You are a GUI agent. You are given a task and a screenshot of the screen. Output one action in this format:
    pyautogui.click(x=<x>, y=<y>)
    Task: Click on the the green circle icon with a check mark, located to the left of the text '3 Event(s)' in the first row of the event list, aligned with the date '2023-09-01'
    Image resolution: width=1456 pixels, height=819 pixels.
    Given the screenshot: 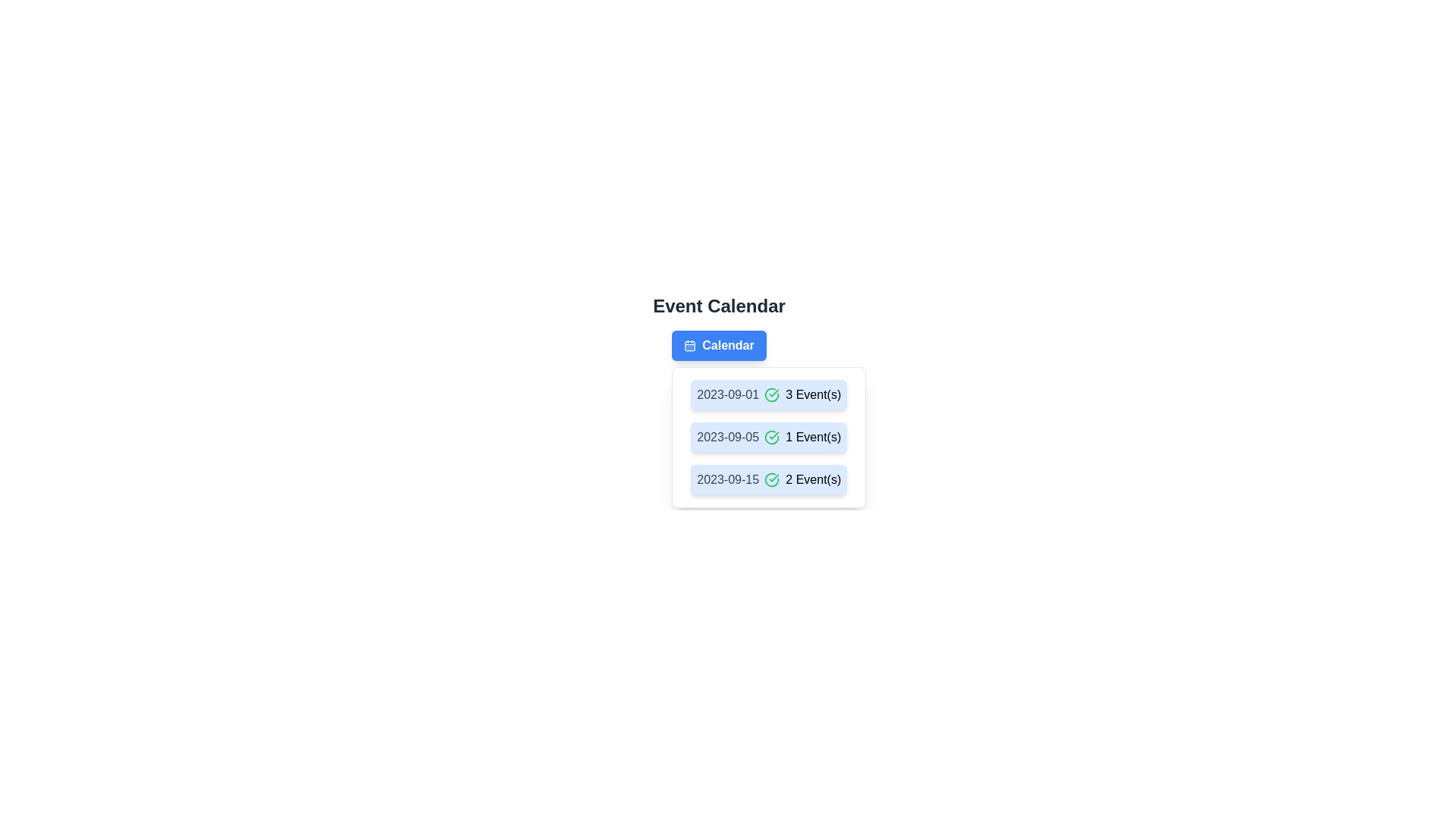 What is the action you would take?
    pyautogui.click(x=772, y=394)
    